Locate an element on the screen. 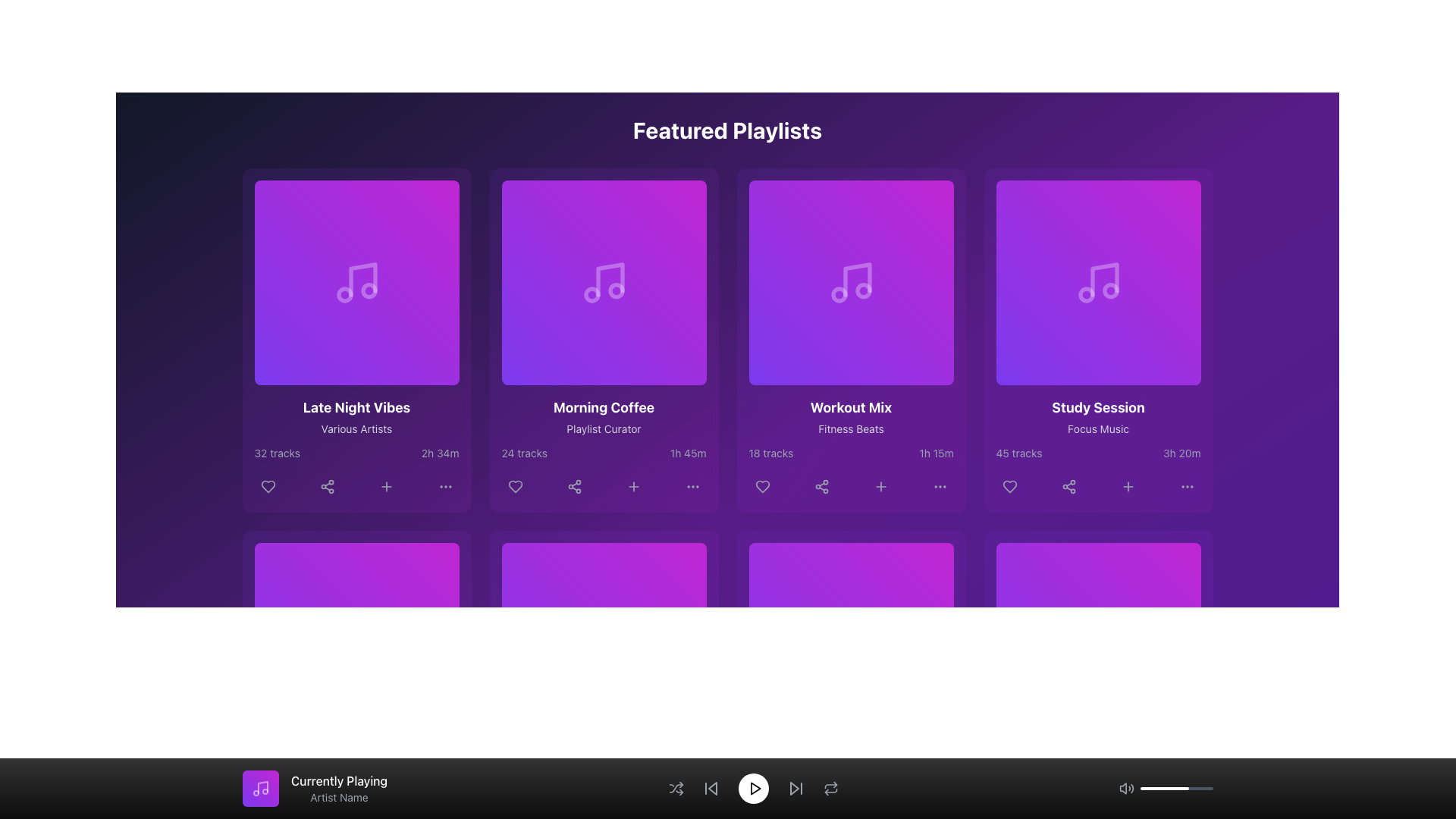  the plus icon button located at the bottom of the 'Workout Mix' section is located at coordinates (880, 486).